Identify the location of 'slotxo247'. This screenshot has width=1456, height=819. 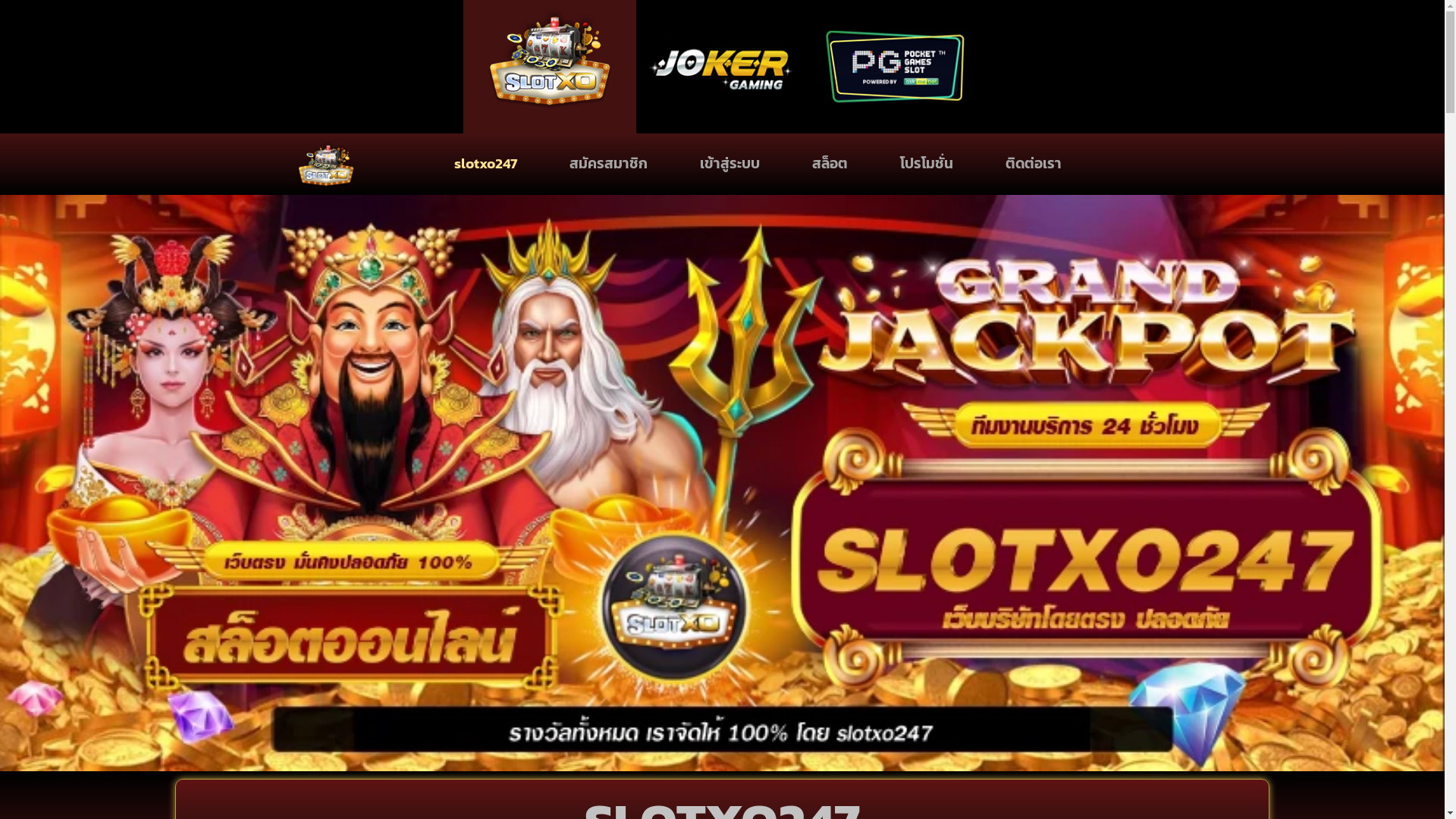
(485, 164).